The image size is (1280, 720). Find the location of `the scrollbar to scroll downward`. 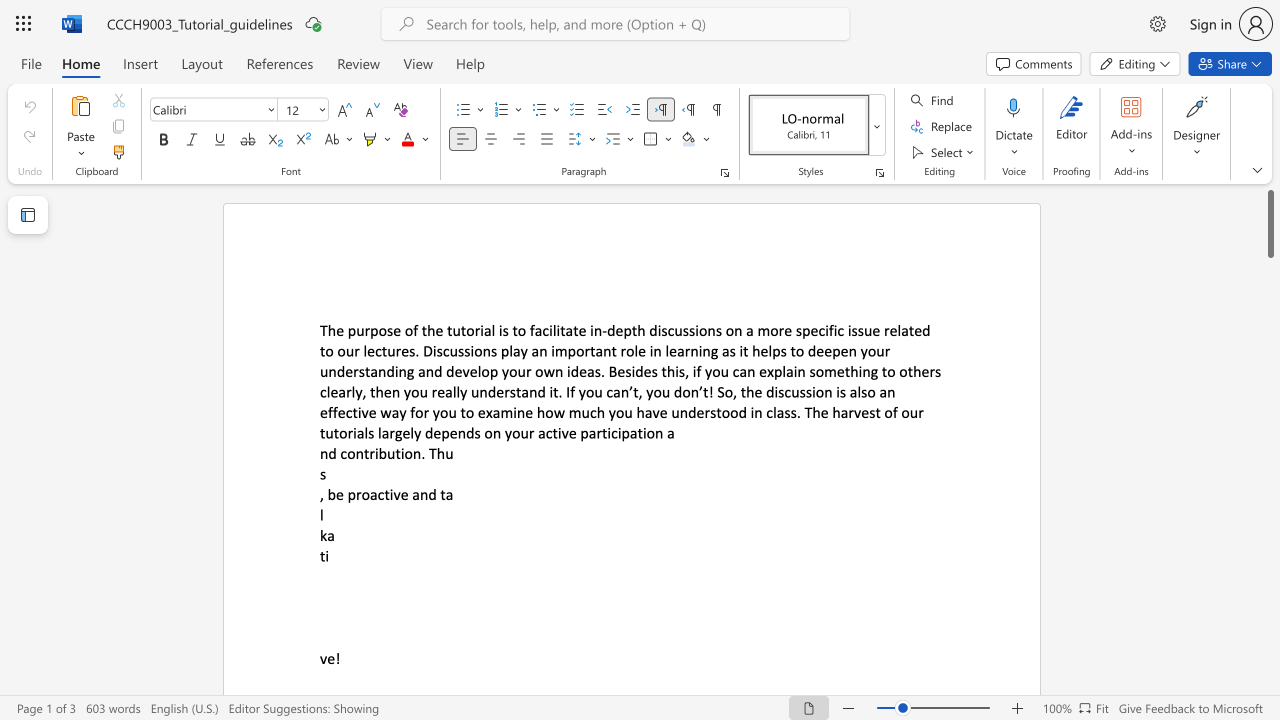

the scrollbar to scroll downward is located at coordinates (1269, 380).